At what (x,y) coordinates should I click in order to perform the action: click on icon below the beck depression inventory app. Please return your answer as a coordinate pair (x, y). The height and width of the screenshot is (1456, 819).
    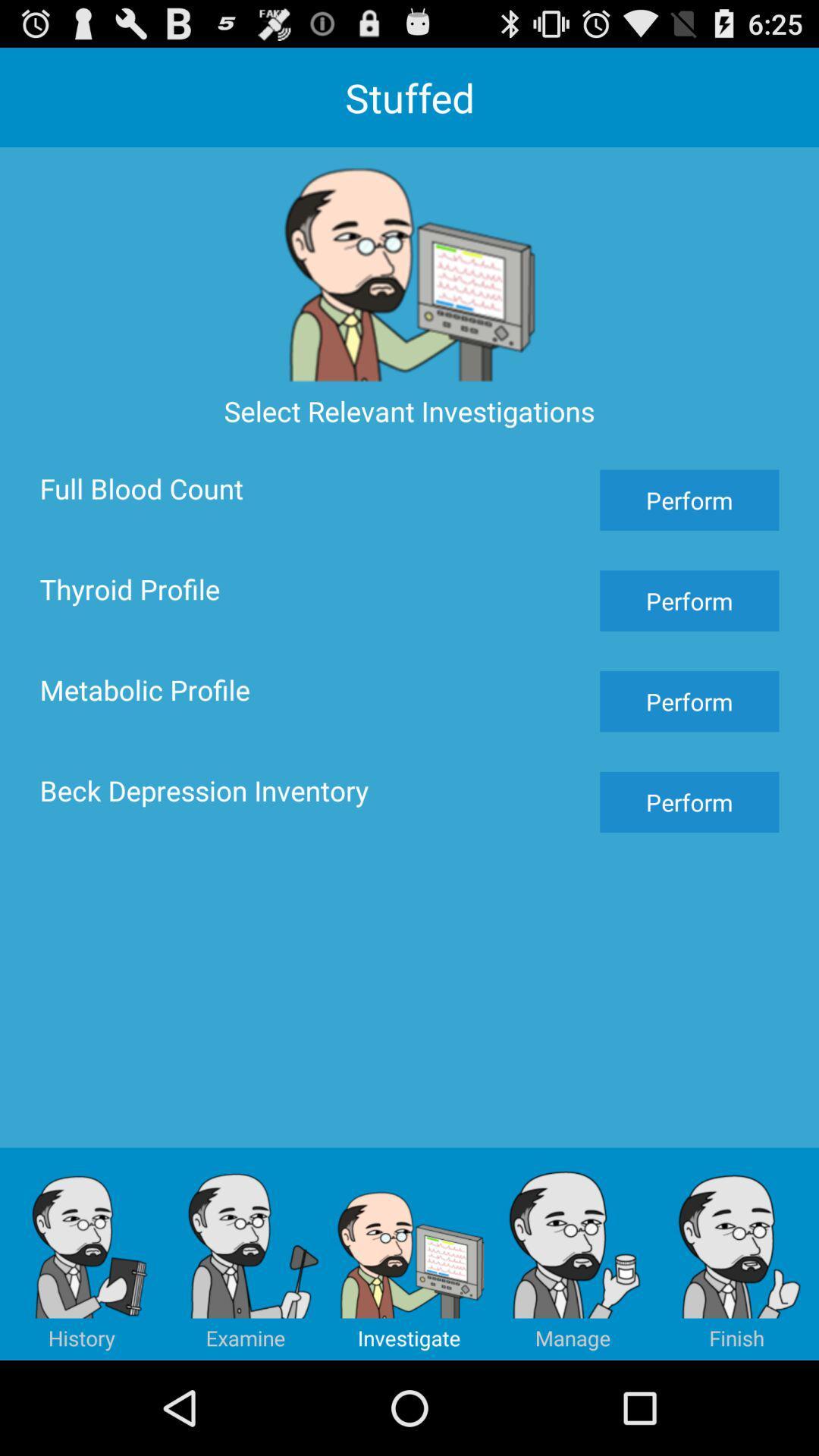
    Looking at the image, I should click on (245, 1254).